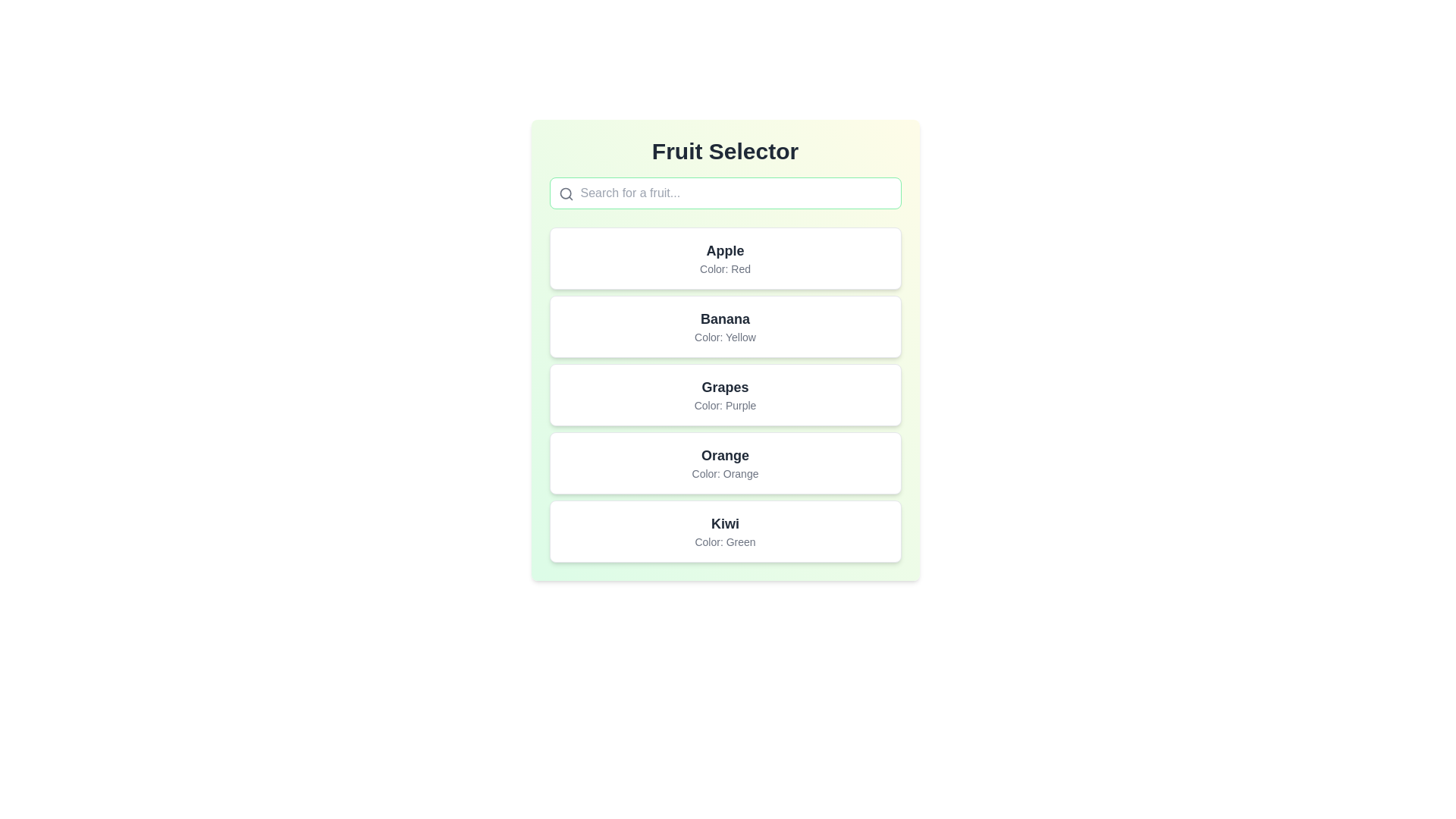 This screenshot has width=1456, height=819. What do you see at coordinates (724, 405) in the screenshot?
I see `text label that provides information about the color attribute of 'Grapes', located below the title within the 'Grapes' card` at bounding box center [724, 405].